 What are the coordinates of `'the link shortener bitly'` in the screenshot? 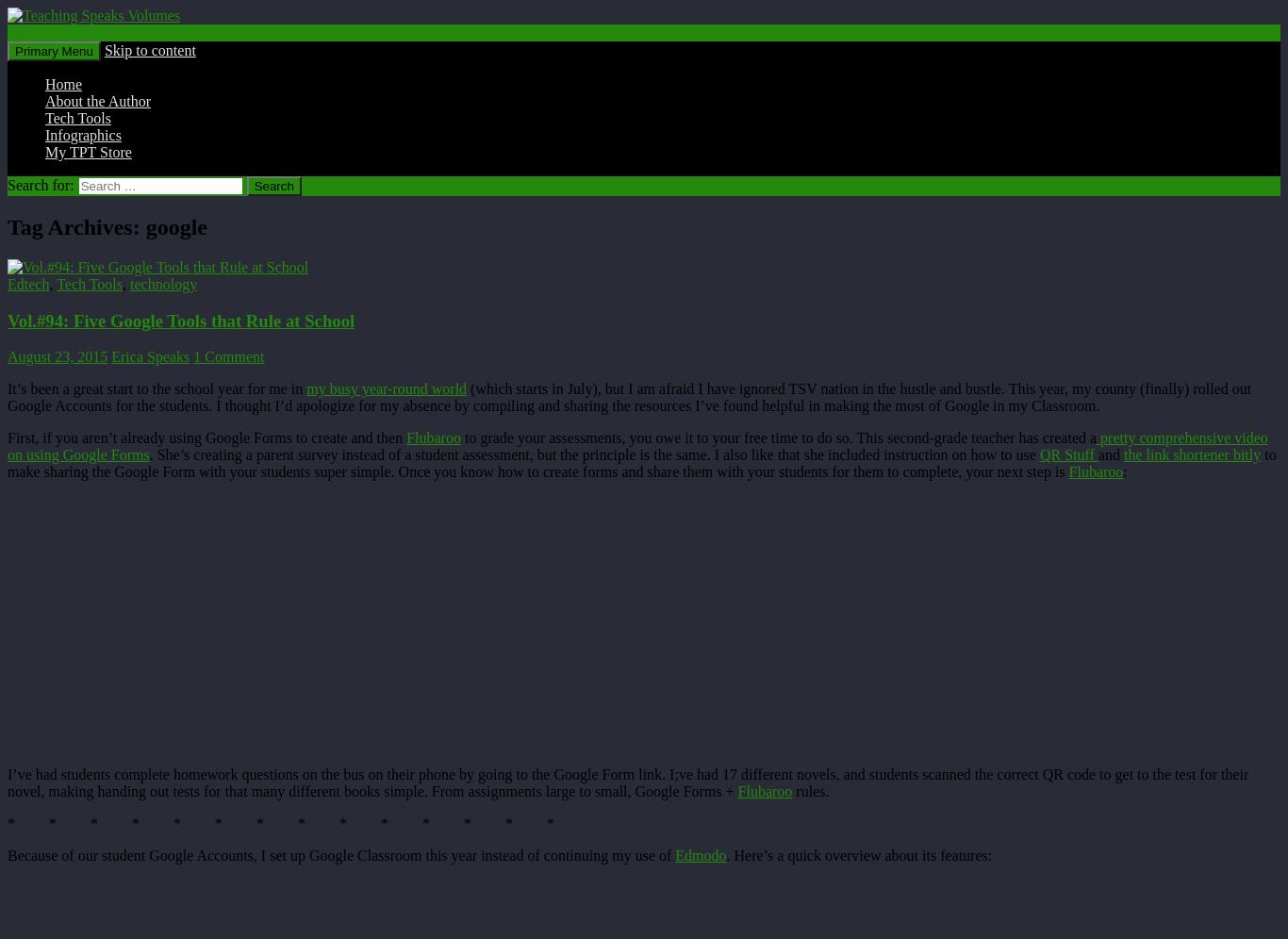 It's located at (1190, 453).